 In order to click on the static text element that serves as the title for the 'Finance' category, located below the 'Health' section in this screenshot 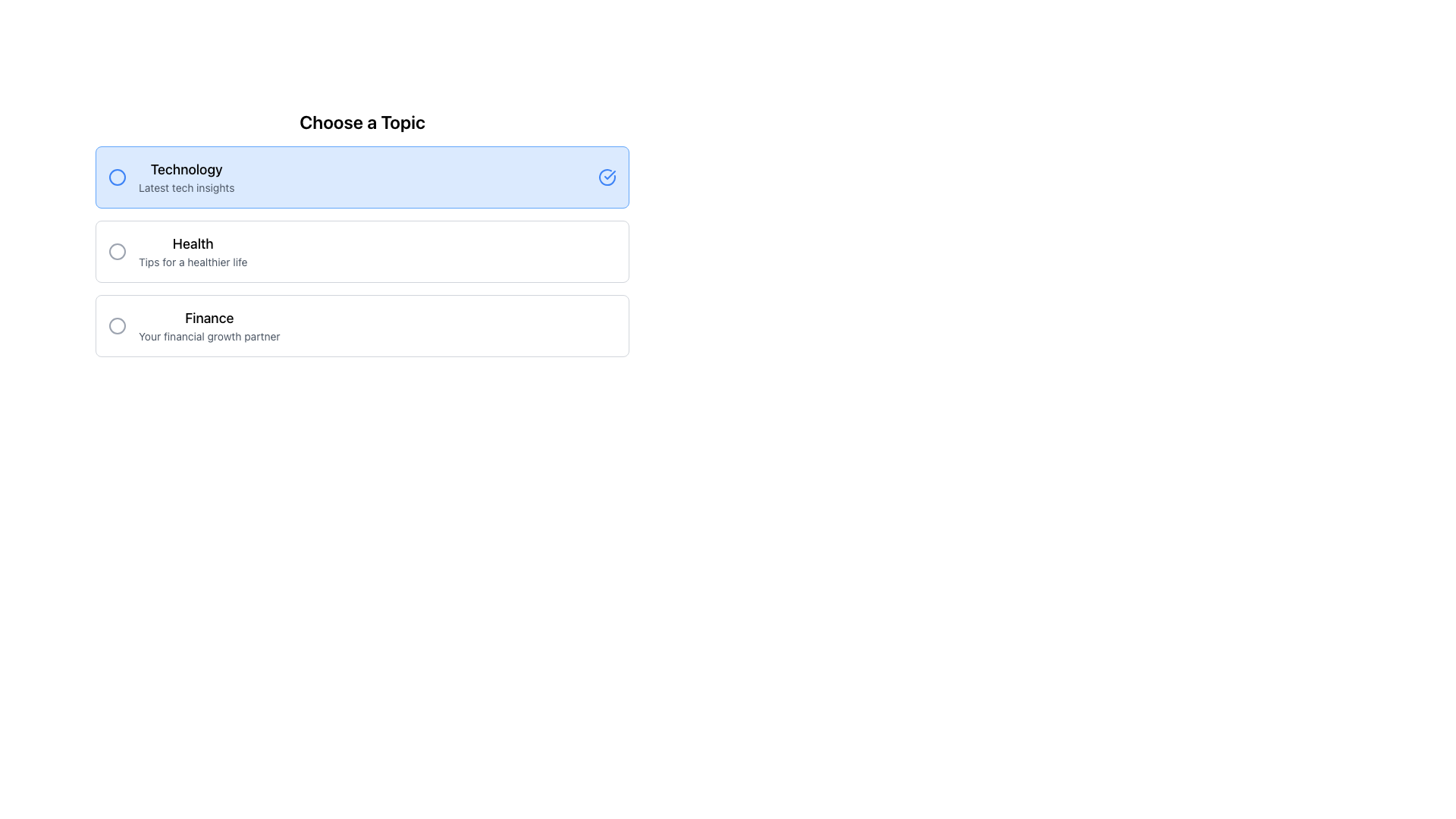, I will do `click(209, 318)`.